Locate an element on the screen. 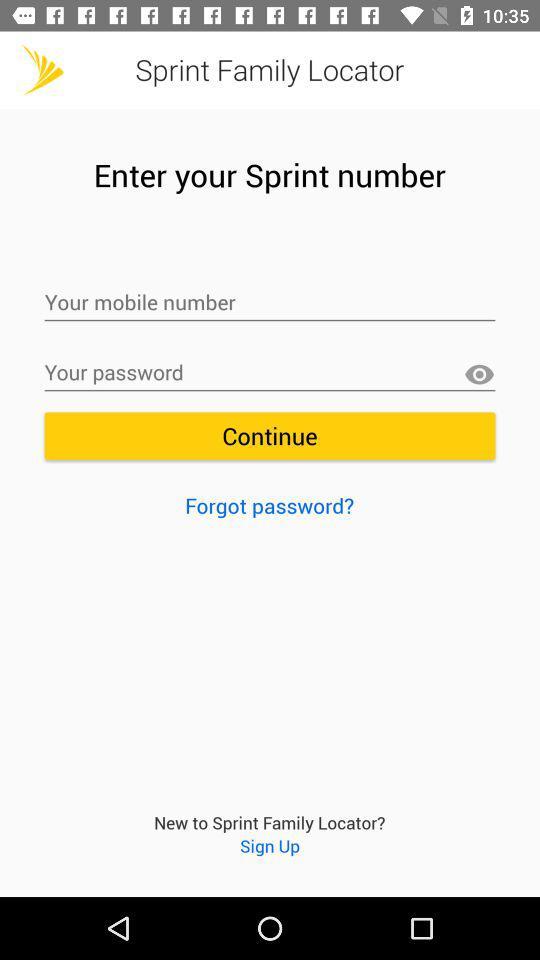 The width and height of the screenshot is (540, 960). the item above forgot password? is located at coordinates (270, 436).